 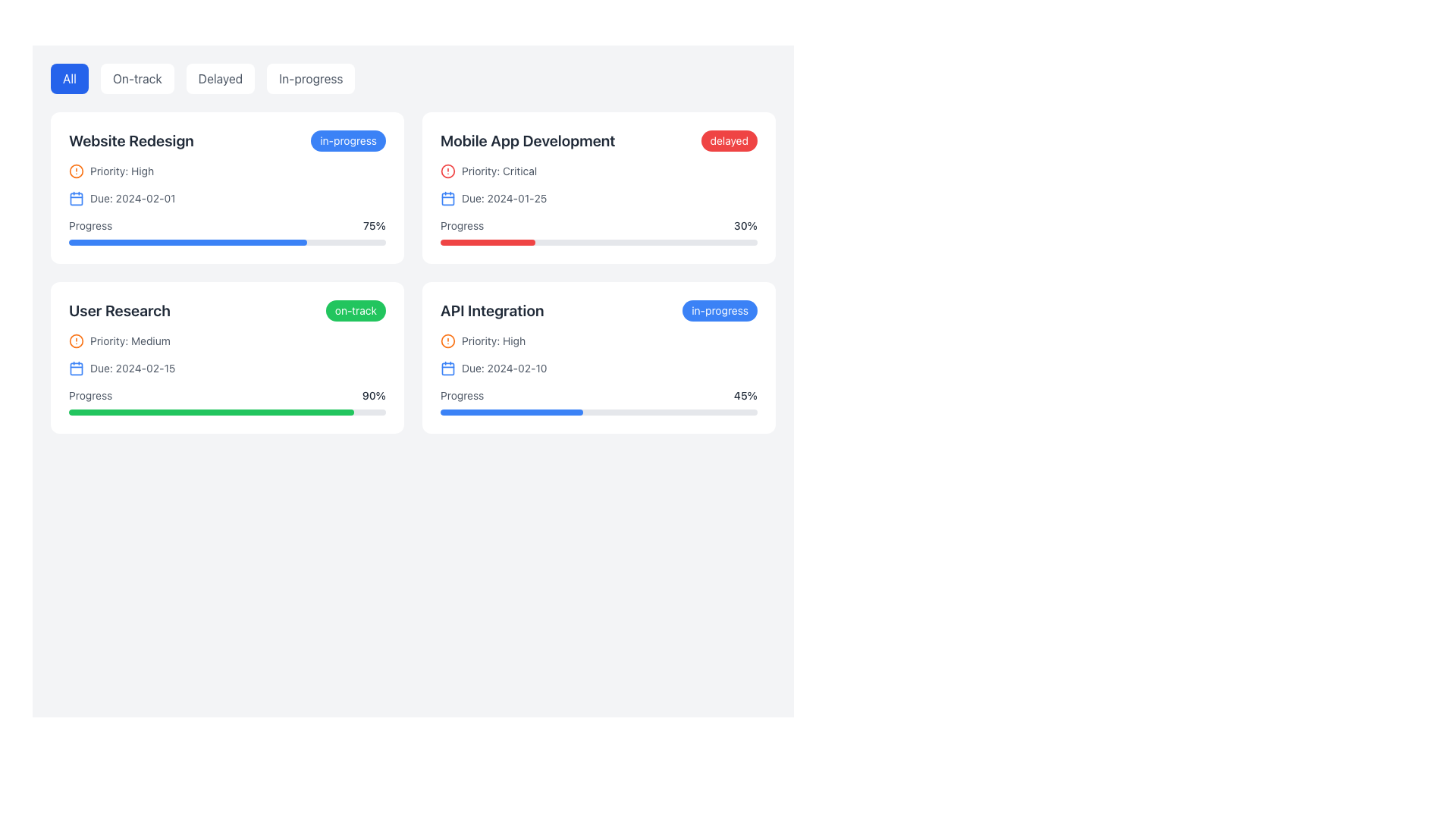 What do you see at coordinates (226, 309) in the screenshot?
I see `the 'User Research' text and 'on-track' status badge in the top-left area of the second card in the grid layout` at bounding box center [226, 309].